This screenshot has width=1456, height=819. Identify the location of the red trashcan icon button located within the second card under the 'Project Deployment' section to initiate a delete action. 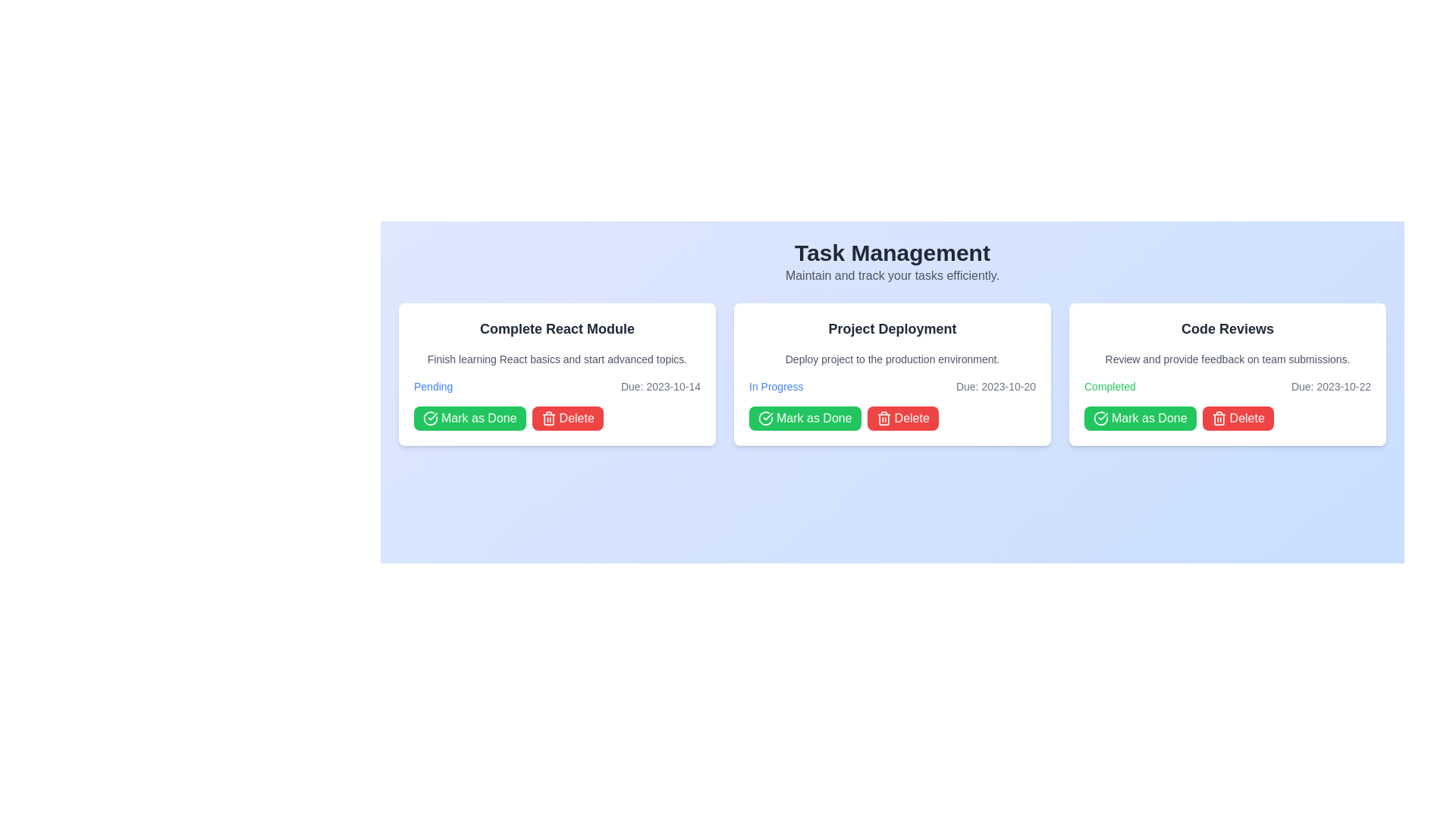
(883, 419).